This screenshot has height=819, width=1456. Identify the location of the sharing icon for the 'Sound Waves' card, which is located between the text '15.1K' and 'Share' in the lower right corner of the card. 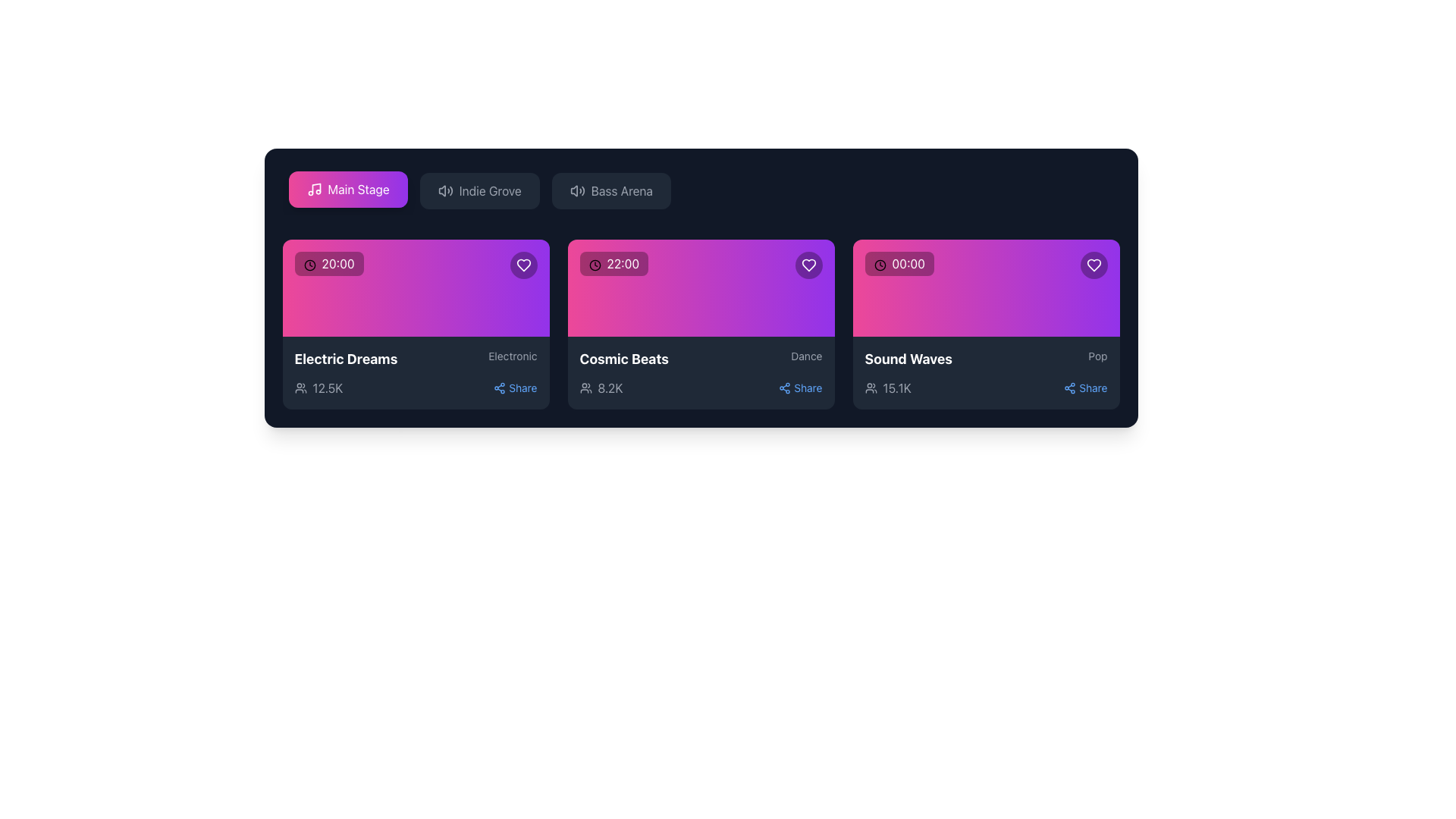
(1069, 388).